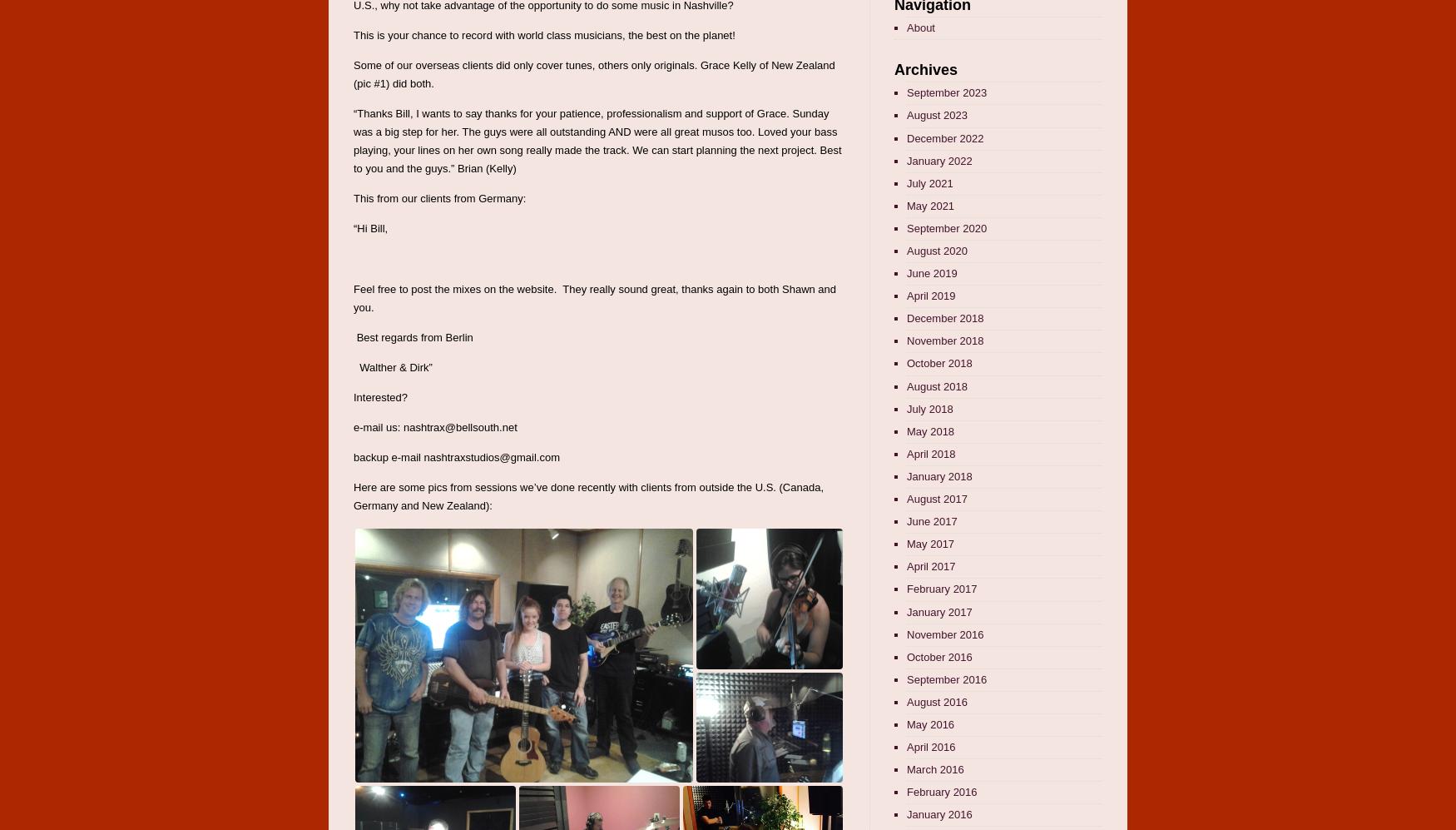 The image size is (1456, 830). What do you see at coordinates (936, 114) in the screenshot?
I see `'August 2023'` at bounding box center [936, 114].